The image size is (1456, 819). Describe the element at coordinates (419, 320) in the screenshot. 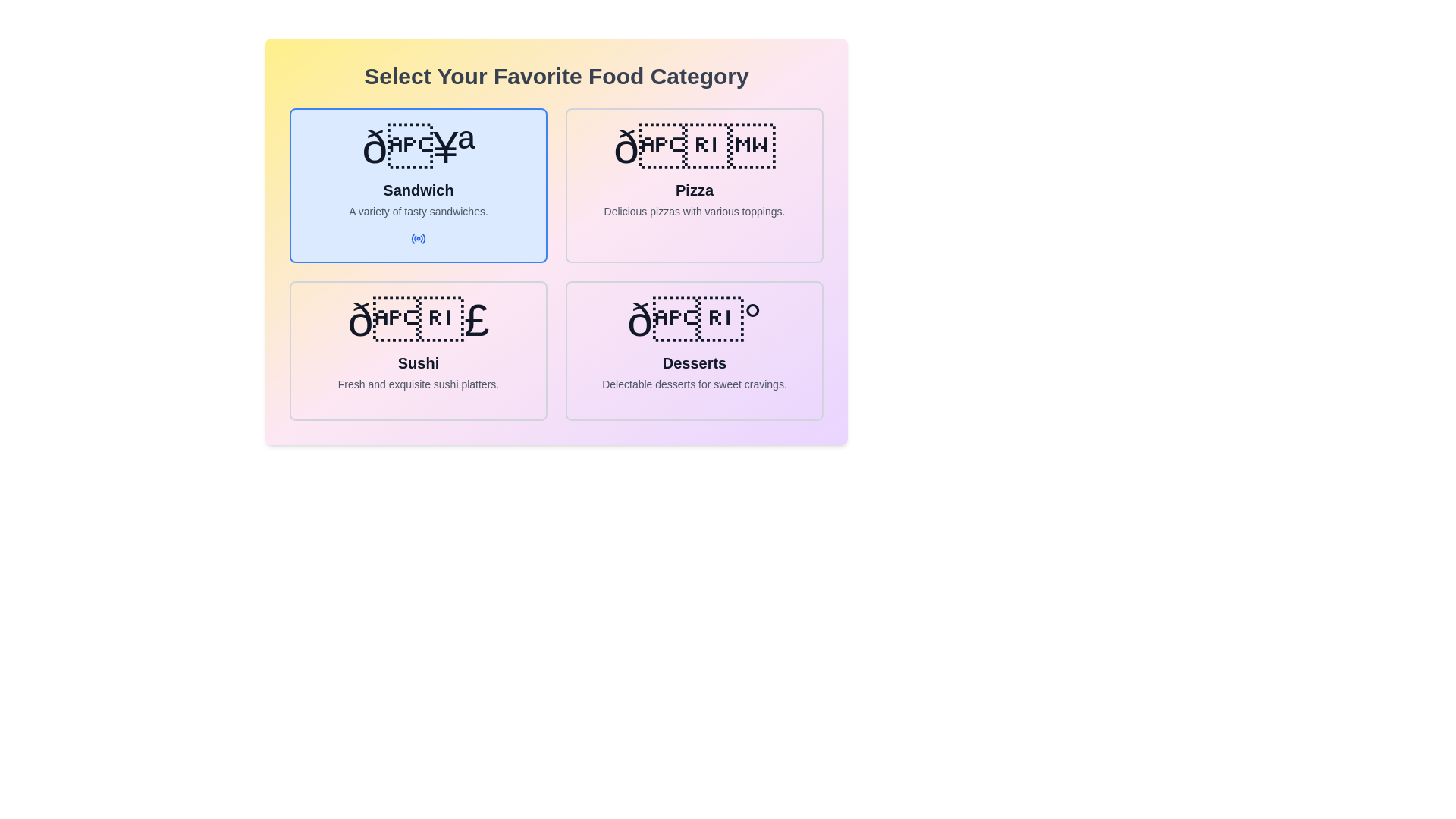

I see `the Sushi emoji icon located at the top of the Sushi card, which visually represents the category 'Sushi'` at that location.